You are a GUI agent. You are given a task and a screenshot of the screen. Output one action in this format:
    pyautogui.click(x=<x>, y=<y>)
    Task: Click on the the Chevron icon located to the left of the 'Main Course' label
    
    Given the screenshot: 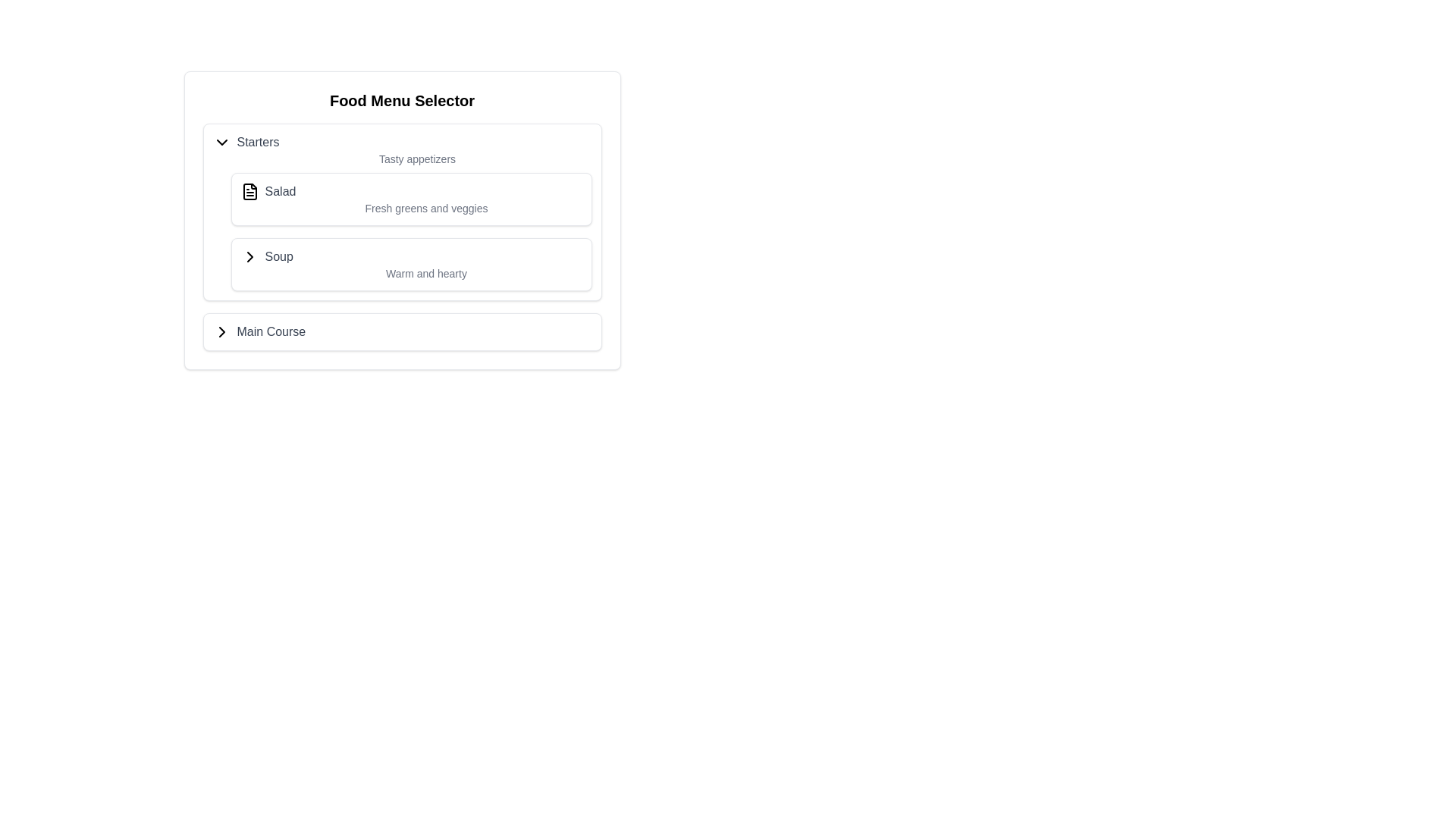 What is the action you would take?
    pyautogui.click(x=221, y=331)
    